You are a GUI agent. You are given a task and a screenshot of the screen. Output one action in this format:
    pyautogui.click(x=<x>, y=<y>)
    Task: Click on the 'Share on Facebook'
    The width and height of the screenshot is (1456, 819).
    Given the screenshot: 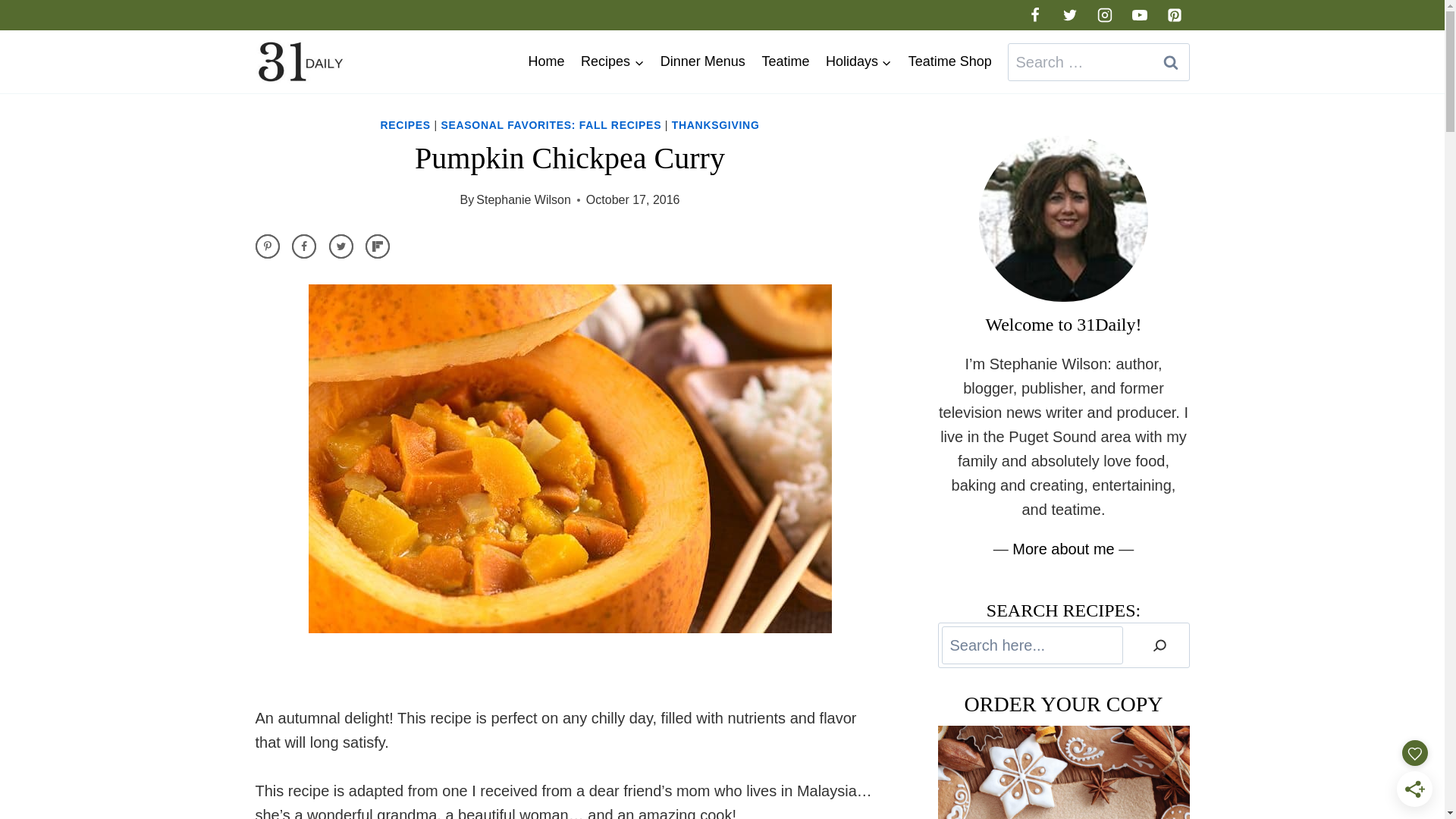 What is the action you would take?
    pyautogui.click(x=291, y=245)
    